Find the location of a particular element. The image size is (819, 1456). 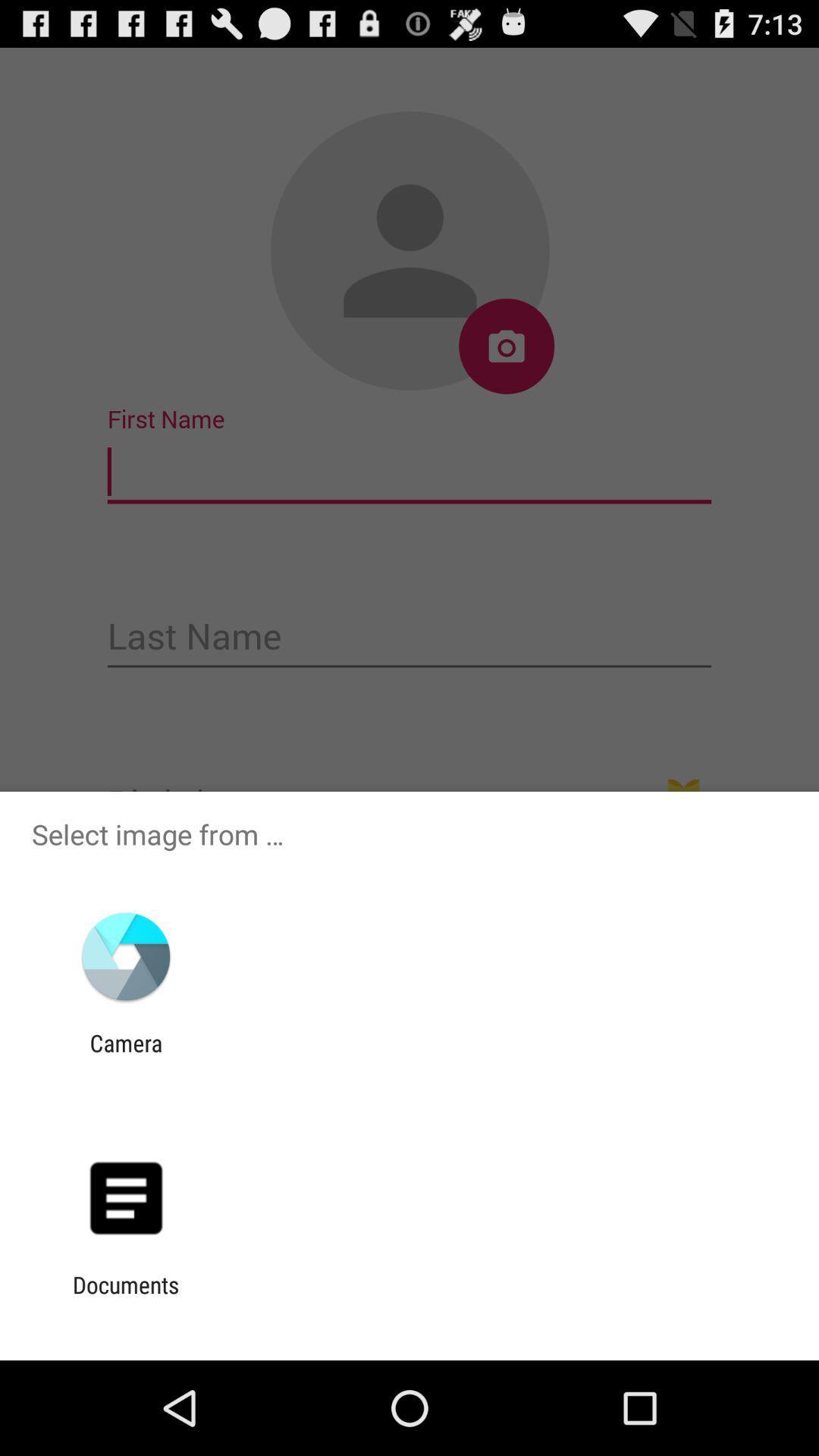

the documents is located at coordinates (125, 1298).